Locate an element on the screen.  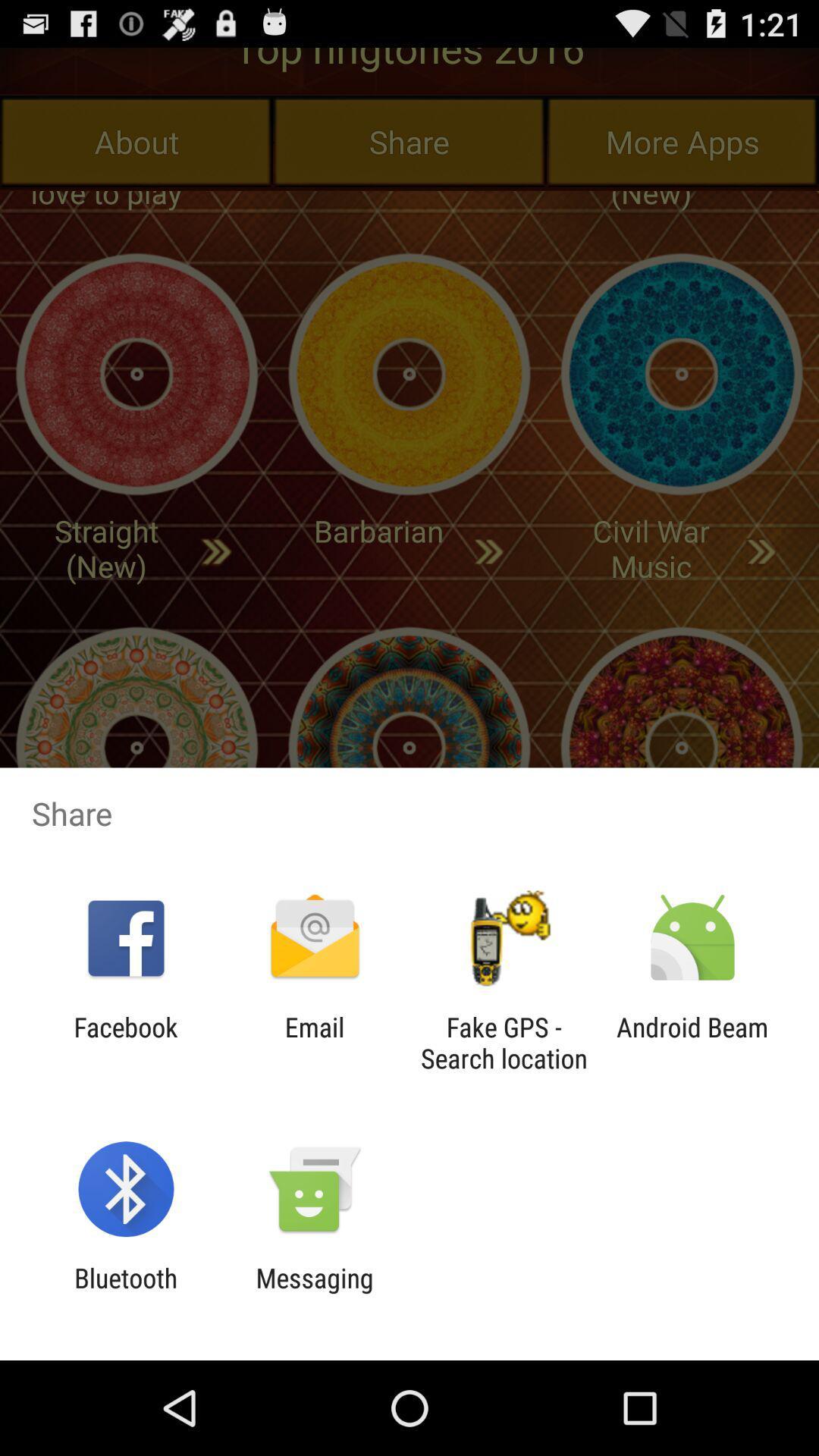
item to the left of android beam icon is located at coordinates (504, 1042).